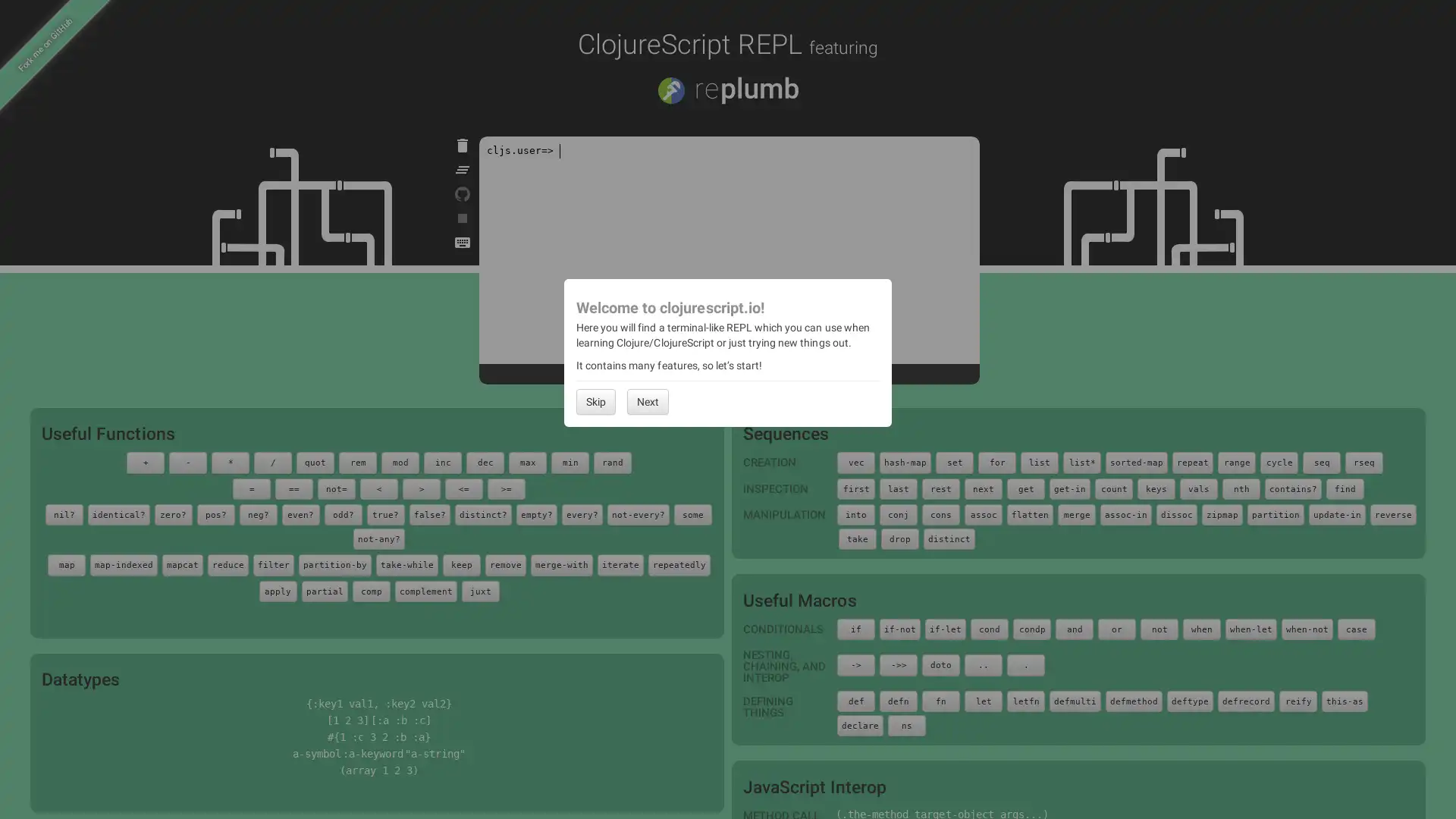 The height and width of the screenshot is (819, 1456). I want to click on not-every?, so click(637, 513).